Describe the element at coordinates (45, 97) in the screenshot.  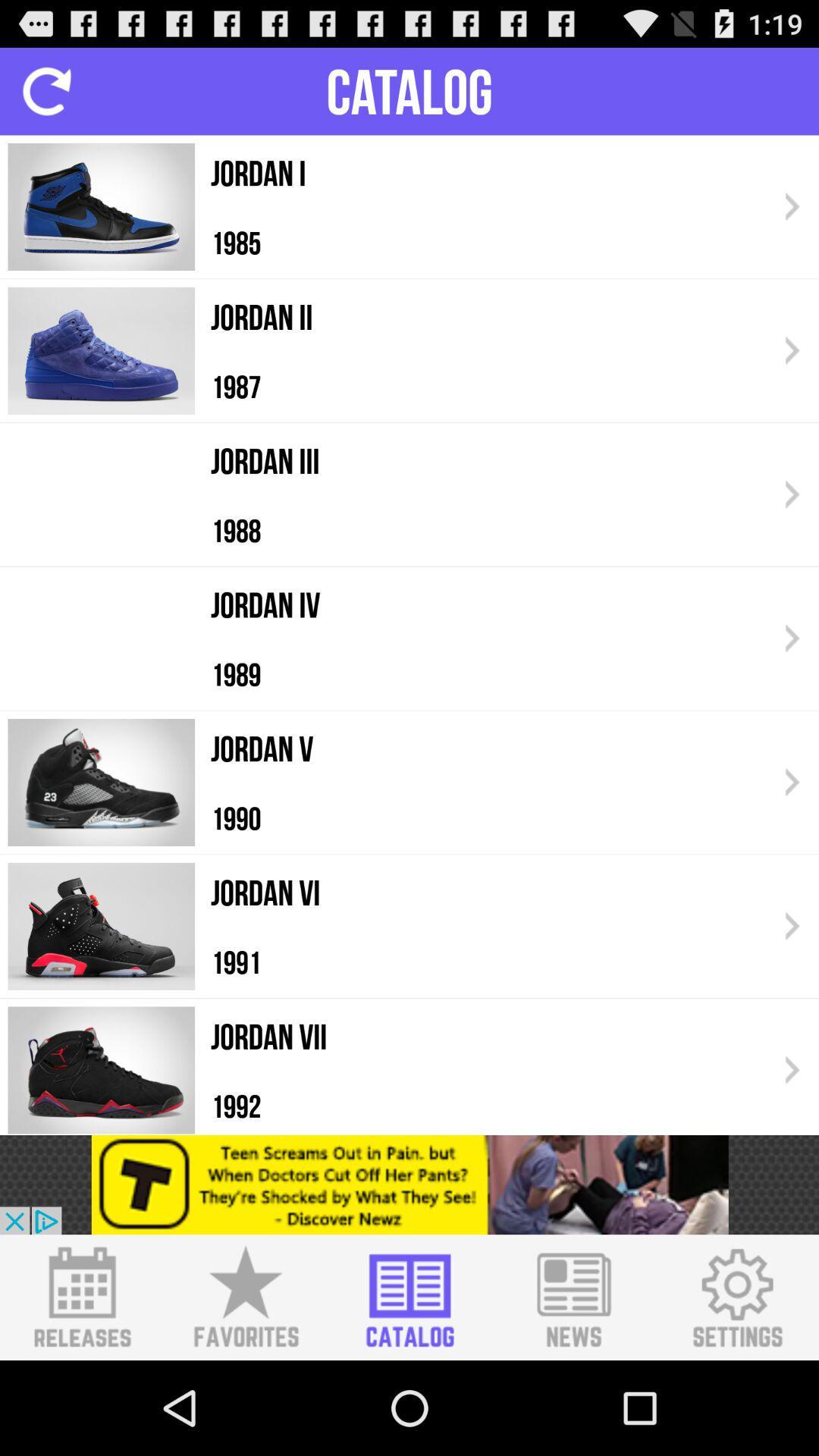
I see `the refresh icon` at that location.